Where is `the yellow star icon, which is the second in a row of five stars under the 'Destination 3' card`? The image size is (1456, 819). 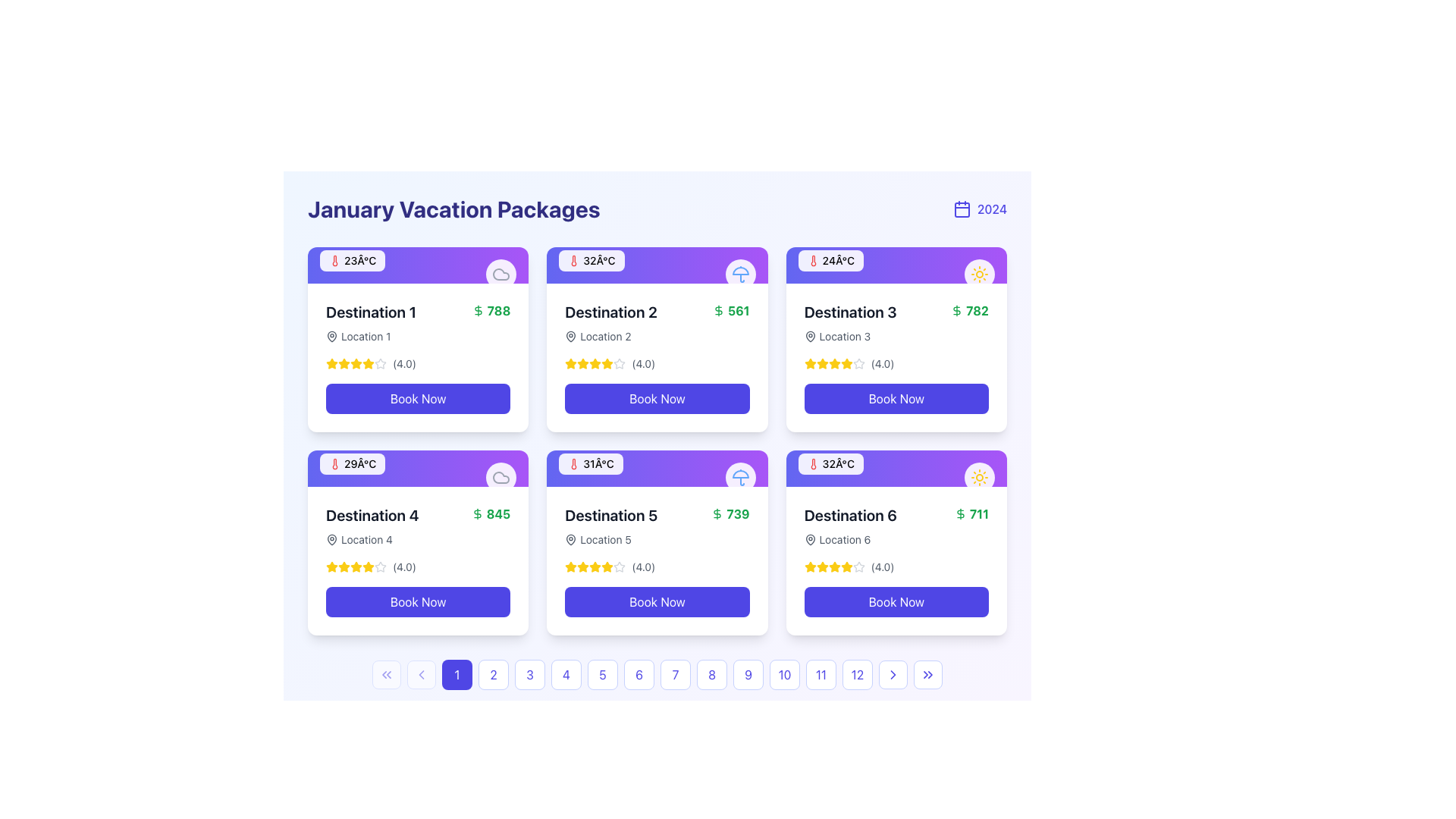
the yellow star icon, which is the second in a row of five stars under the 'Destination 3' card is located at coordinates (821, 363).